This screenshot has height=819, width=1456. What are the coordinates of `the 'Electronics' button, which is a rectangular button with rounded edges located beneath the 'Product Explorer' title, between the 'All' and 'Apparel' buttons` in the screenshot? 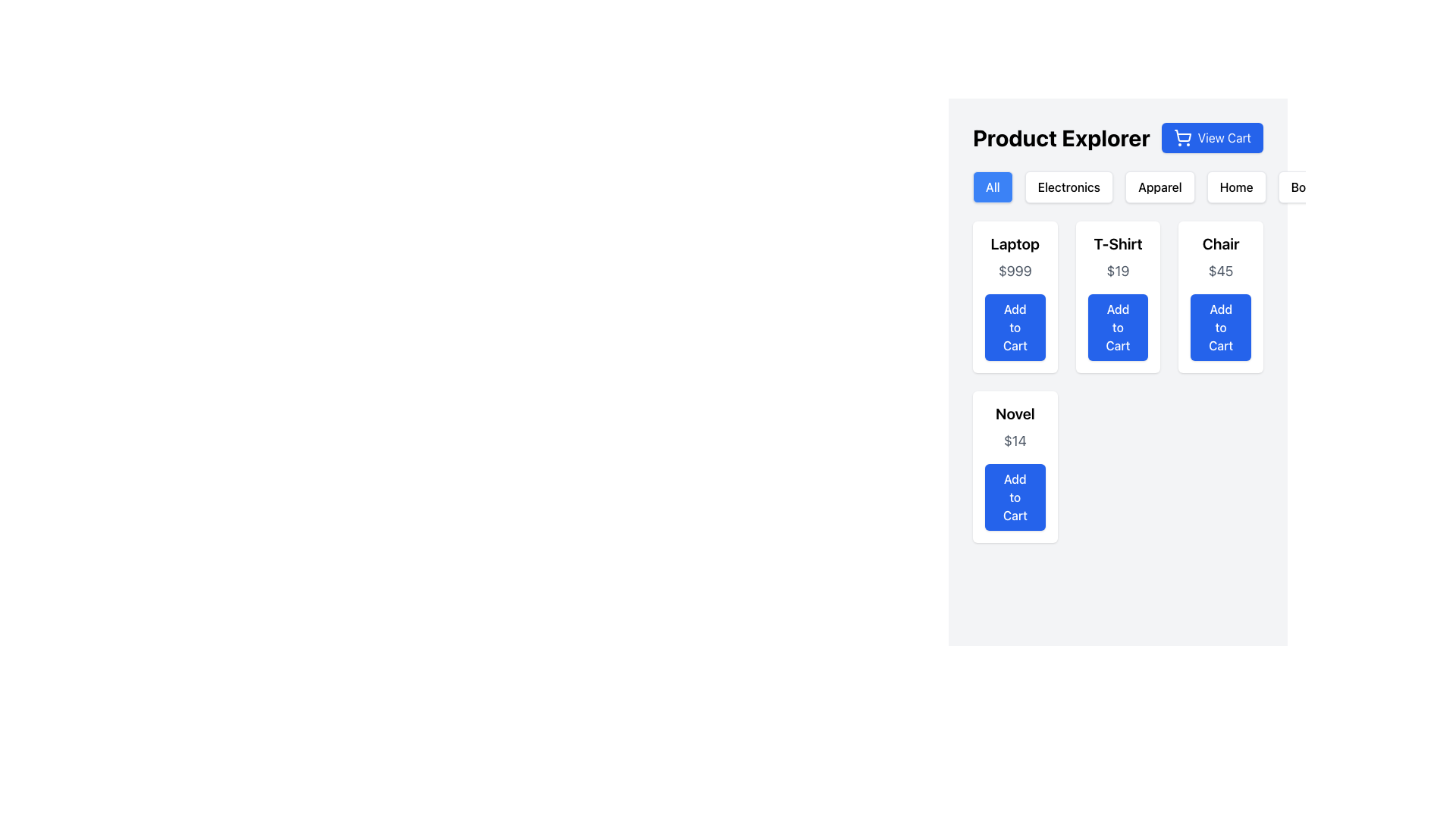 It's located at (1068, 186).